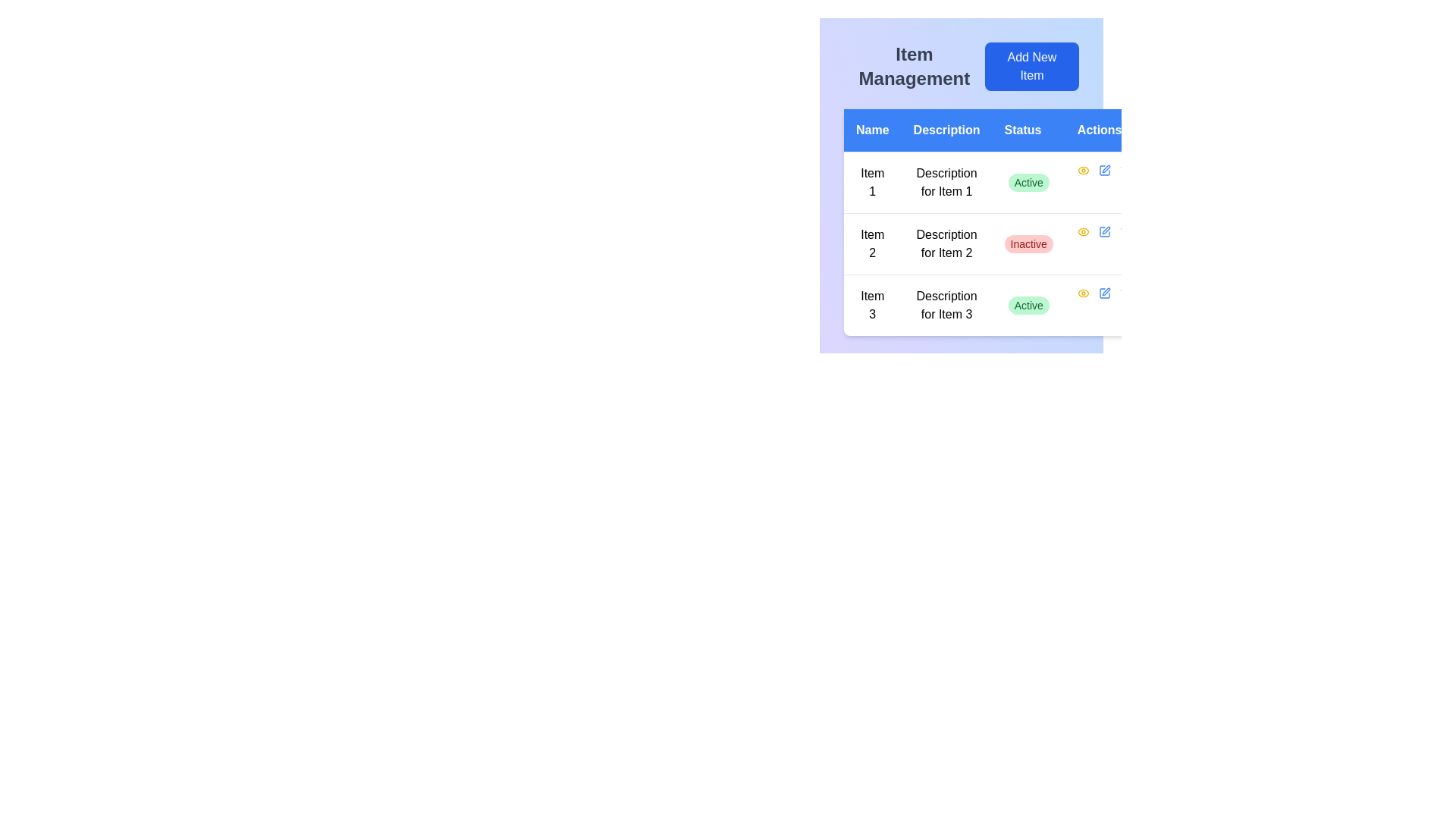 The width and height of the screenshot is (1456, 819). I want to click on the small red-colored icon in the 'Actions' column of the first table row, which is the third icon following a blue pencil icon, so click(1125, 170).